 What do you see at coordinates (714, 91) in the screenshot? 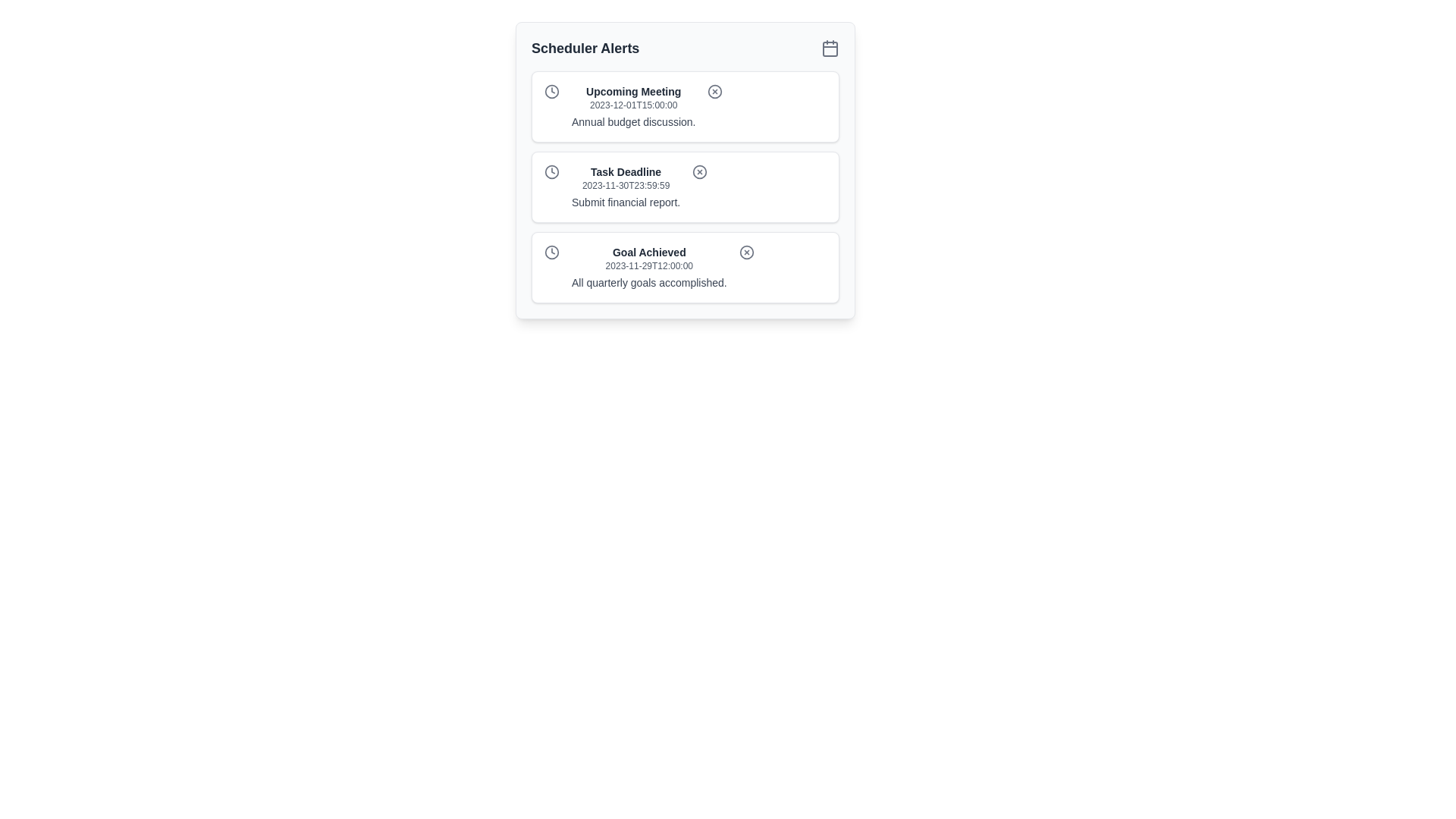
I see `the circular shape within the SVG icon of a cross symbol, located next to the first item in the list, adjacent to the text 'Upcoming Meeting'` at bounding box center [714, 91].